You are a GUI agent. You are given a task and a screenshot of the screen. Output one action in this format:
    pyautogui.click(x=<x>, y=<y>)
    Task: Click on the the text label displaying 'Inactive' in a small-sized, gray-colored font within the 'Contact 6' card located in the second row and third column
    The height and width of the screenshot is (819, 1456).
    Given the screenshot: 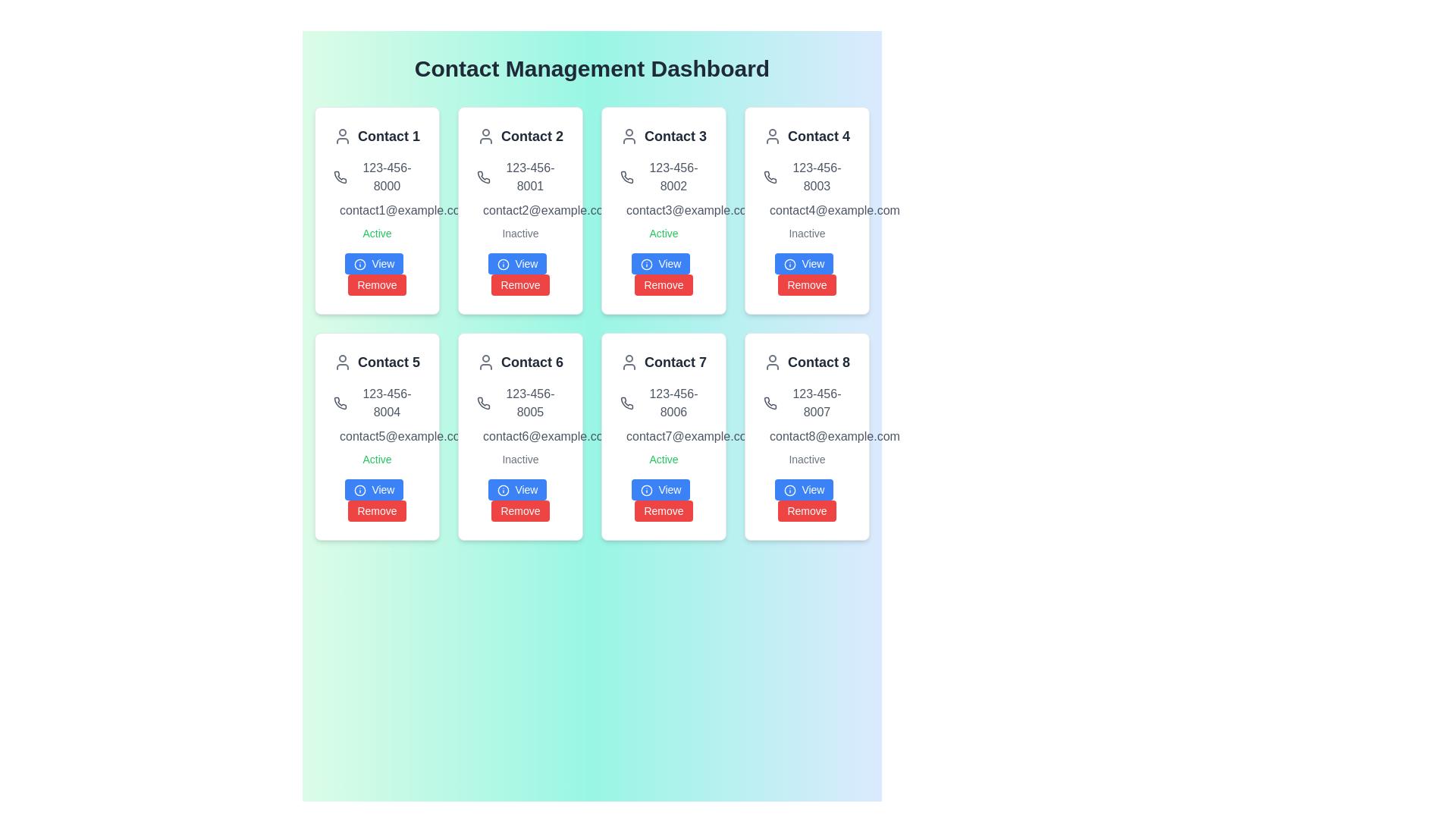 What is the action you would take?
    pyautogui.click(x=520, y=458)
    